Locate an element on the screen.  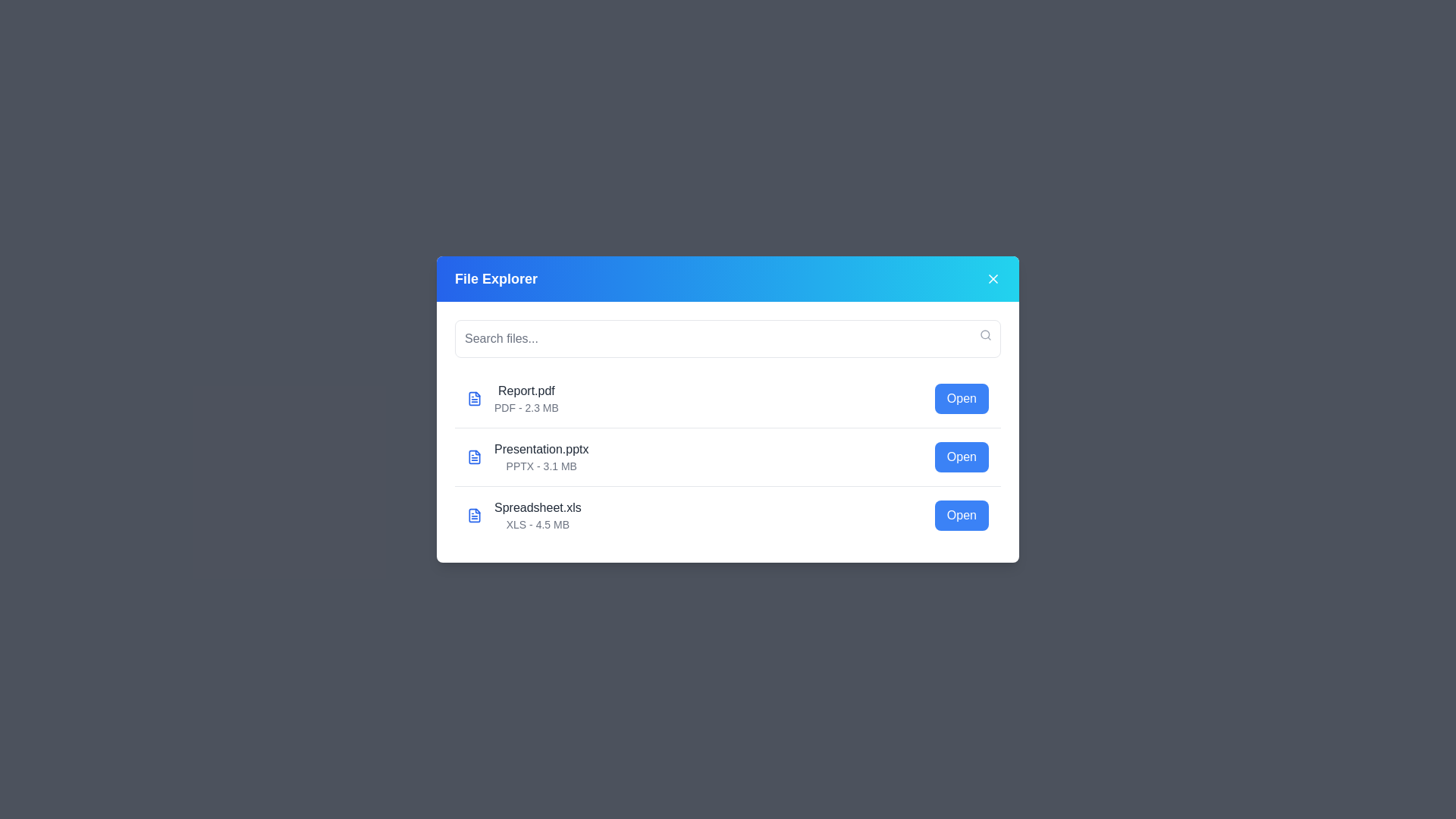
'Open' button for the file named Presentation.pptx is located at coordinates (961, 456).